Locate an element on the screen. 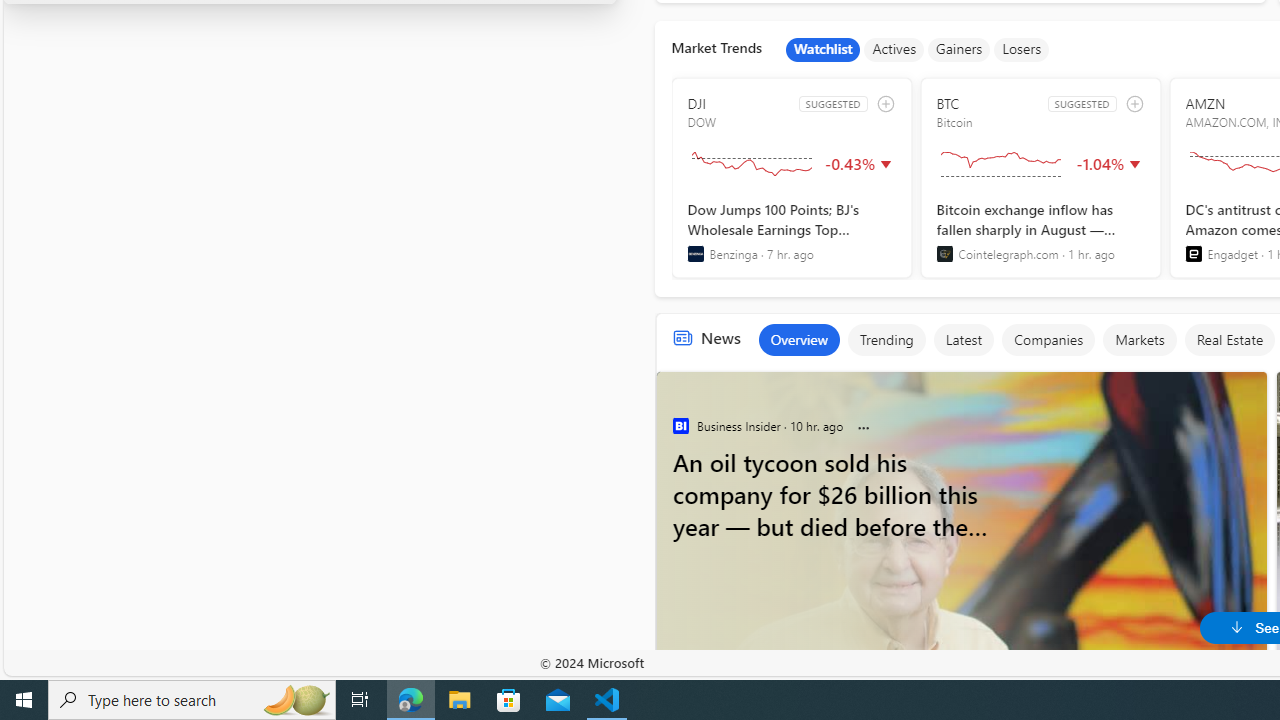 This screenshot has width=1280, height=720. 'BTC SUGGESTED Bitcoin' is located at coordinates (1040, 177).